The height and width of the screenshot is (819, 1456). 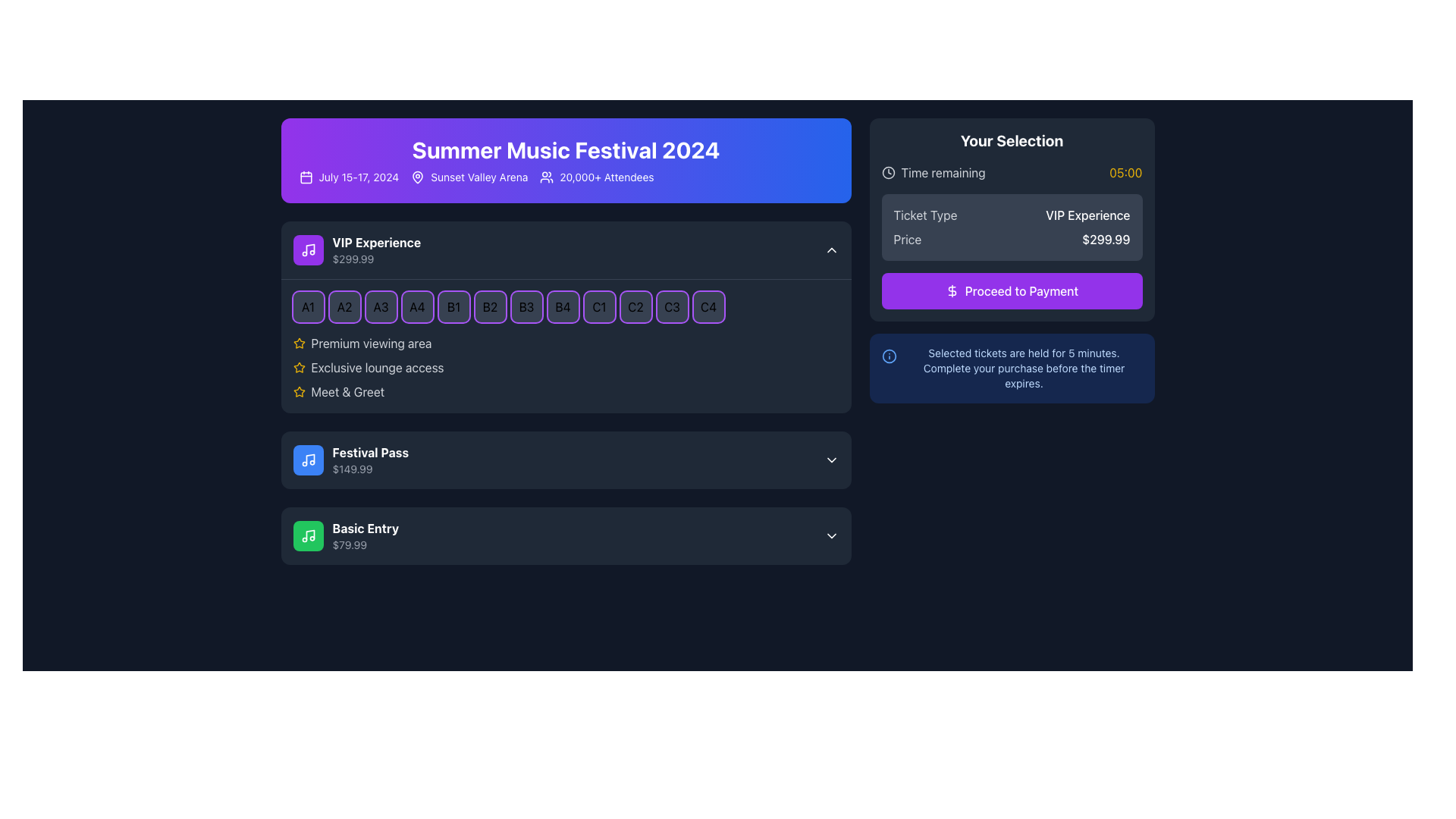 I want to click on the informational Text Label that provides a time-sensitive warning about ticket reservations, located in the bottom-right section of the interface below 'Your Selection', so click(x=1024, y=369).